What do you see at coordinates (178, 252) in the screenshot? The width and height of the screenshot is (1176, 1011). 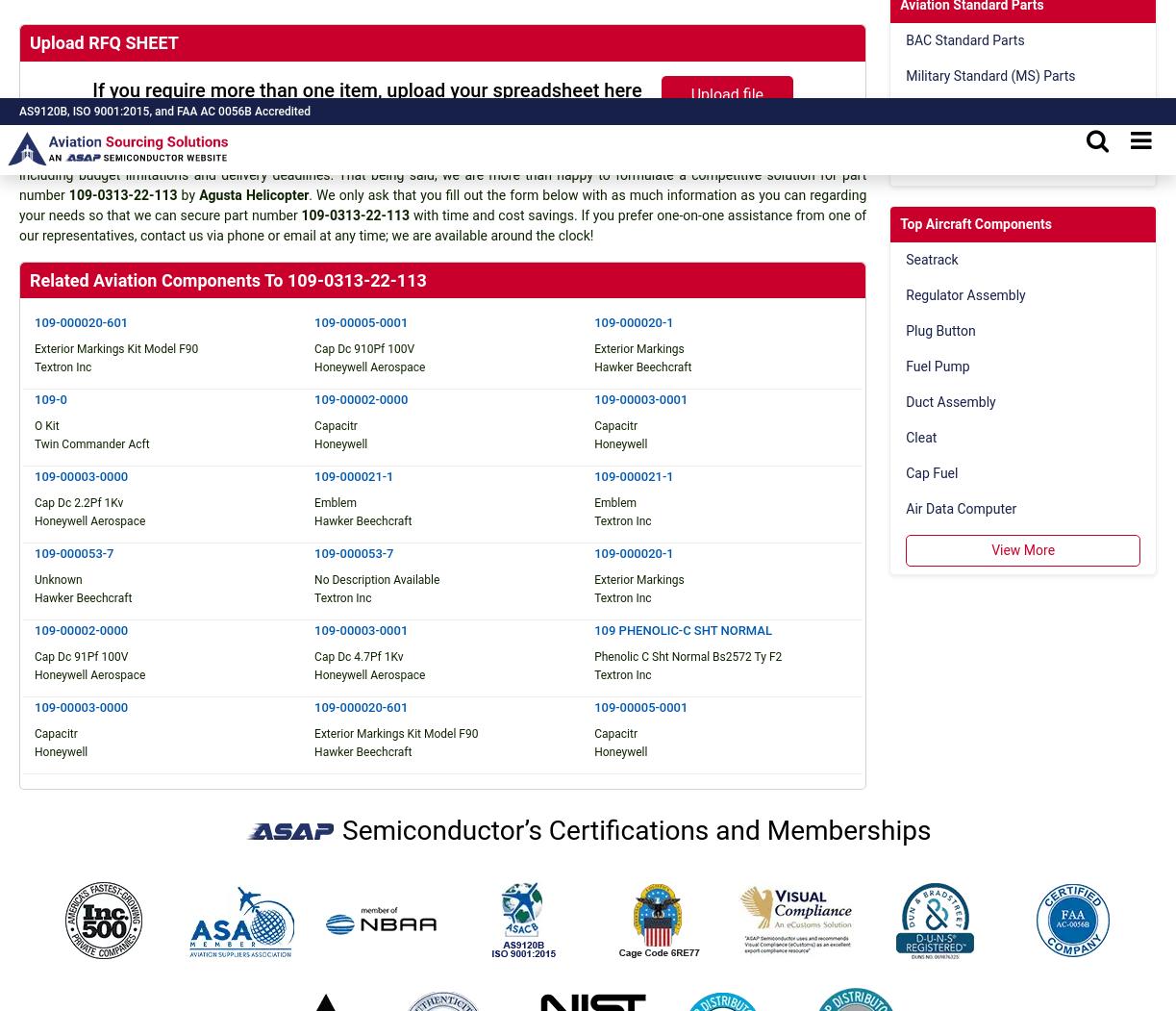 I see `'NO CHINA SOURCING Pledge'` at bounding box center [178, 252].